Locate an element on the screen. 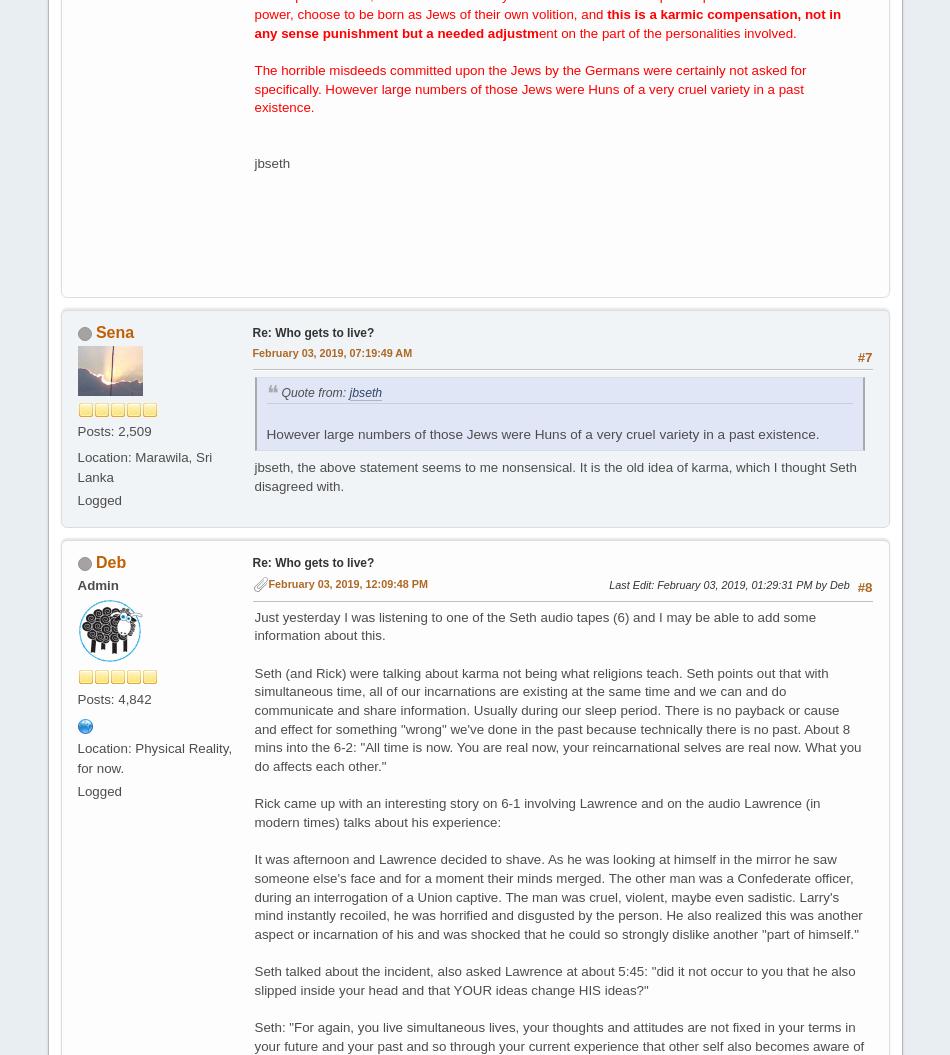 The image size is (950, 1055). 'It was afternoon and Lawrence decided to shave. As he was looking at himself in the mirror he saw someone else's face and for a moment their minds merged. The other man was a Confederate officer, during an interrogation of a Union captive. The man was cruel, violent, maybe even sadistic. Larry's mind instantly recoiled, he was horrified and disgusted by the person. He also realized this was another aspect or incarnation of his and was shocked that he could so strongly dislike another "part of himself."' is located at coordinates (558, 895).